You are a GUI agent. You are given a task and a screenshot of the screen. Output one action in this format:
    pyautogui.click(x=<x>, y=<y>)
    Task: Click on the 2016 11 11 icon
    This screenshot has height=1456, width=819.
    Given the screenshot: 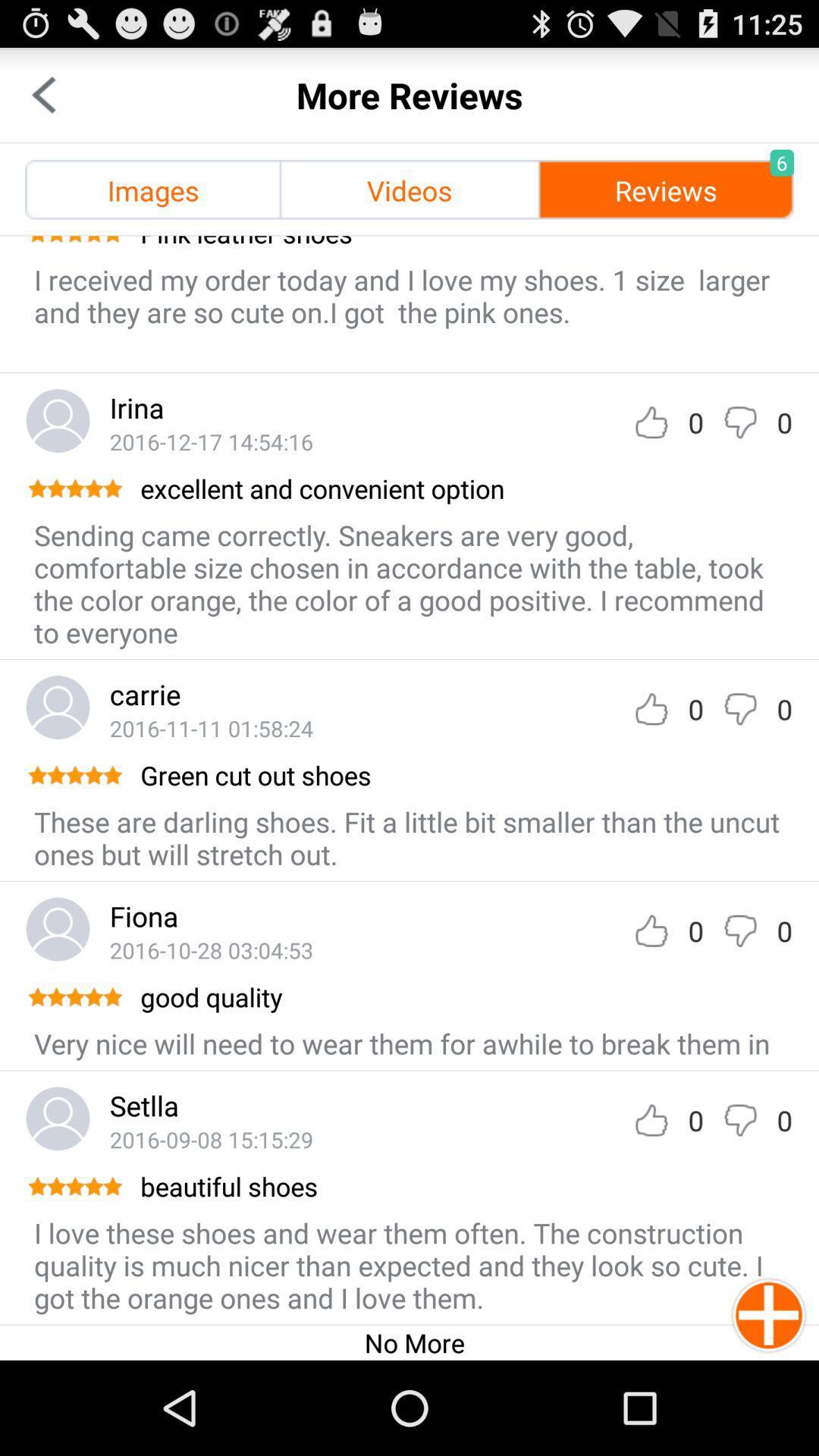 What is the action you would take?
    pyautogui.click(x=211, y=728)
    